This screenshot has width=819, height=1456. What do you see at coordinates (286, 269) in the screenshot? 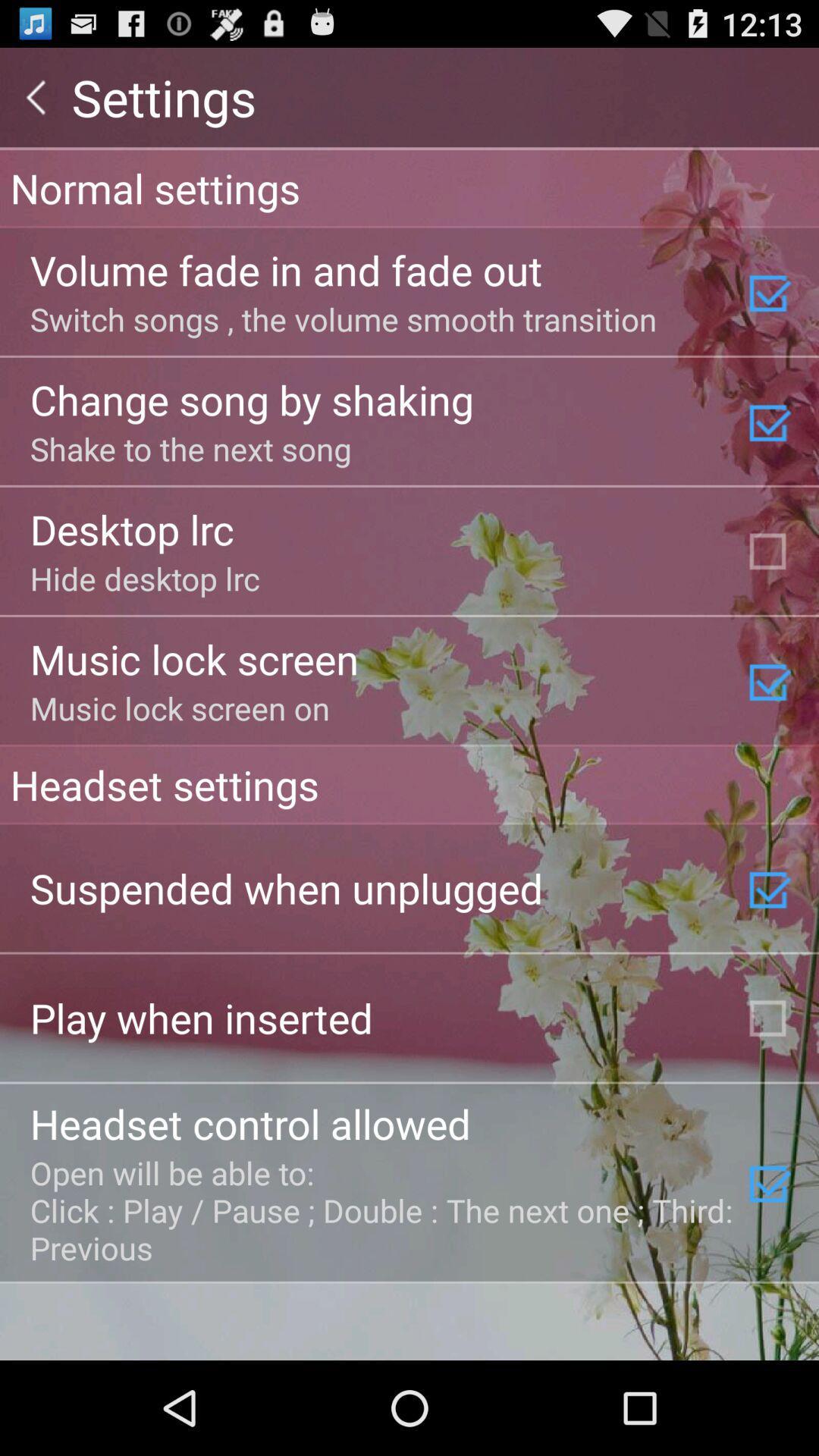
I see `the app below the normal settings icon` at bounding box center [286, 269].